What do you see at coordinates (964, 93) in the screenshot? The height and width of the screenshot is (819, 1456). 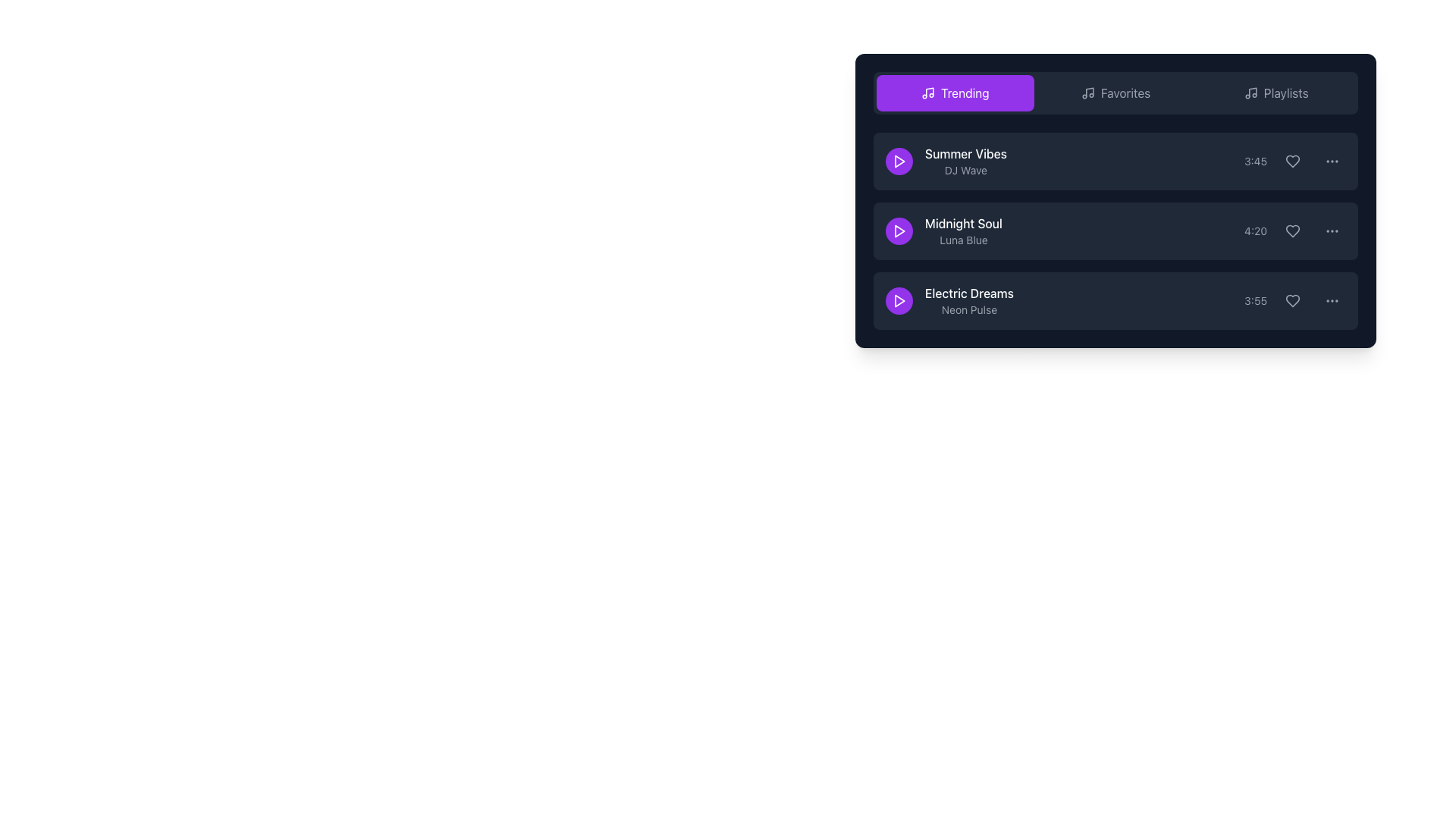 I see `the 'Trending' text label within the highlighted navigation button, which has a purple background and white text, located at the top of the music playlist interface` at bounding box center [964, 93].